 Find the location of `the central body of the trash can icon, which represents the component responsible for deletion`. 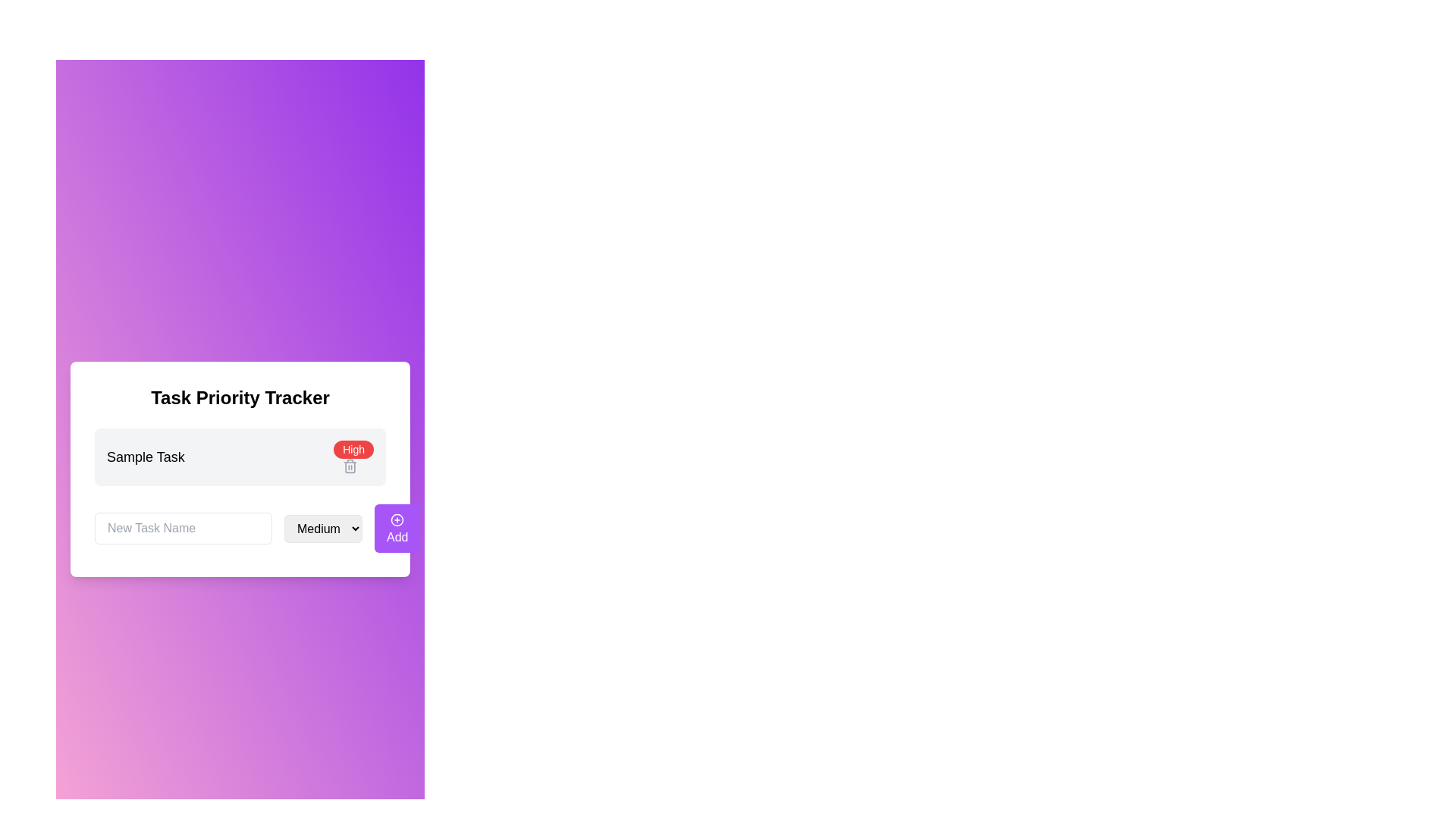

the central body of the trash can icon, which represents the component responsible for deletion is located at coordinates (350, 466).